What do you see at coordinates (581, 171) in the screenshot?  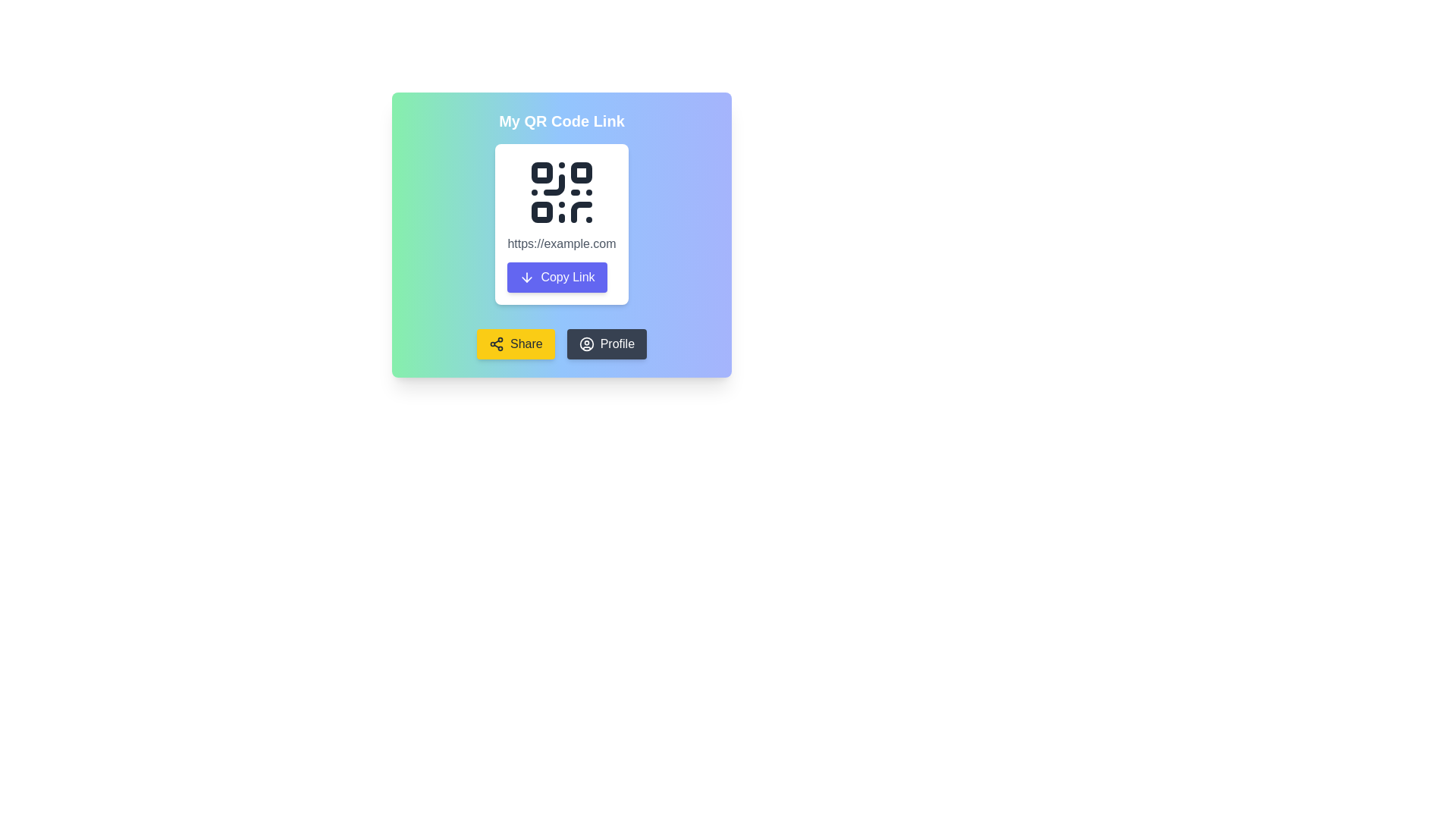 I see `the small square shape with rounded corners located near the top-right corner of the QR code graphic` at bounding box center [581, 171].